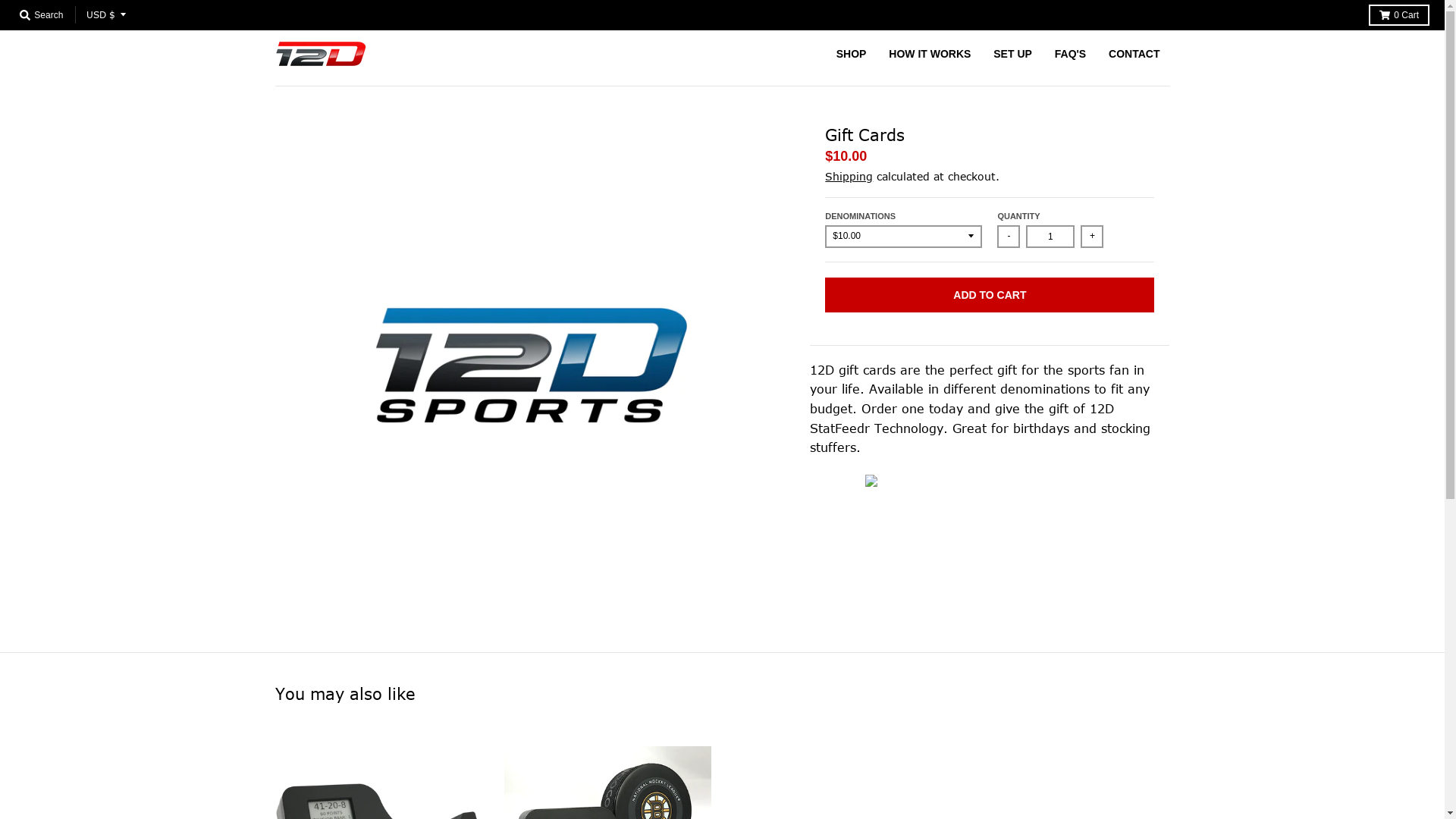  Describe the element at coordinates (824, 175) in the screenshot. I see `'Shipping'` at that location.